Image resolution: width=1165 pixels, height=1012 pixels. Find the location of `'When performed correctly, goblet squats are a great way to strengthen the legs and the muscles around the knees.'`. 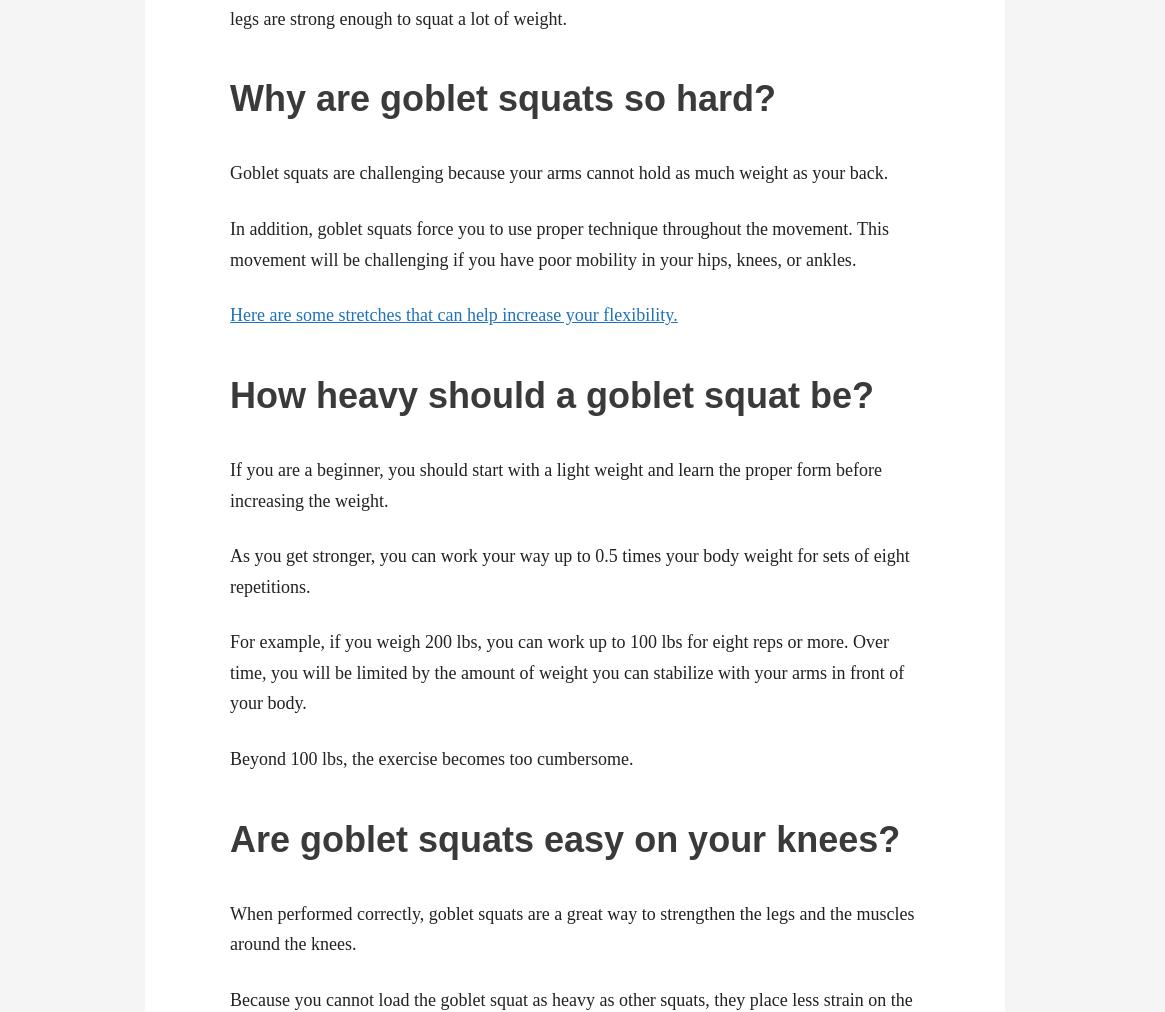

'When performed correctly, goblet squats are a great way to strengthen the legs and the muscles around the knees.' is located at coordinates (572, 928).